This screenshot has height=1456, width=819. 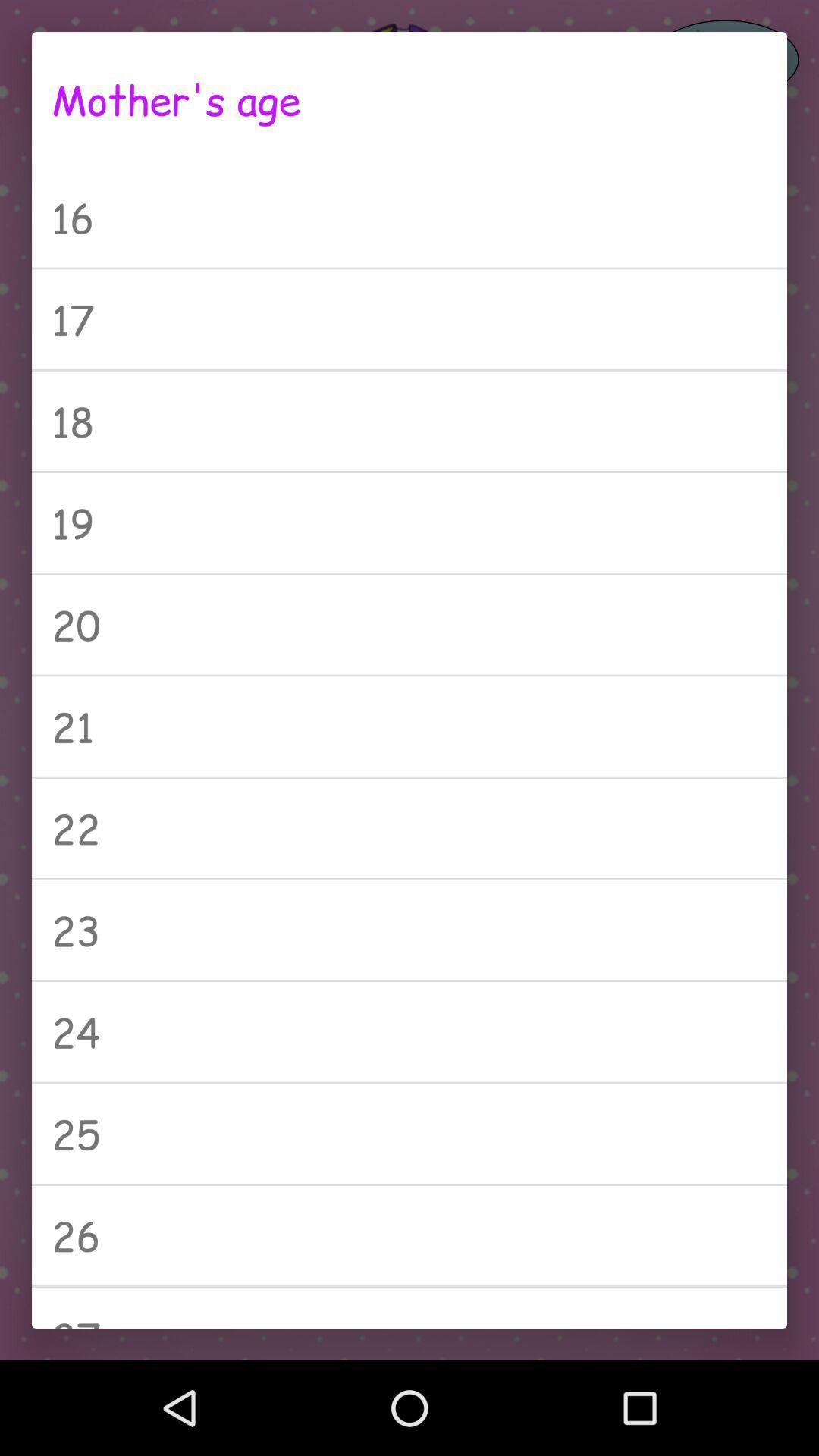 I want to click on the 18 icon, so click(x=409, y=421).